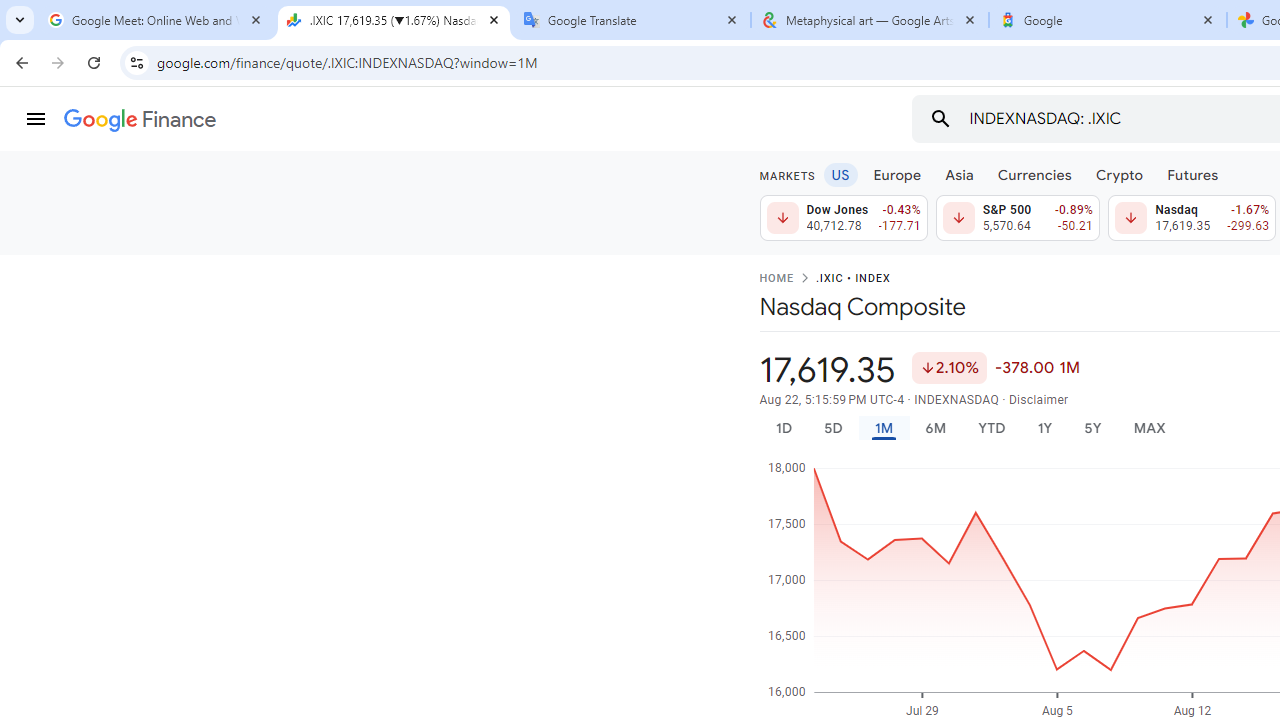  I want to click on 'YTD', so click(991, 427).